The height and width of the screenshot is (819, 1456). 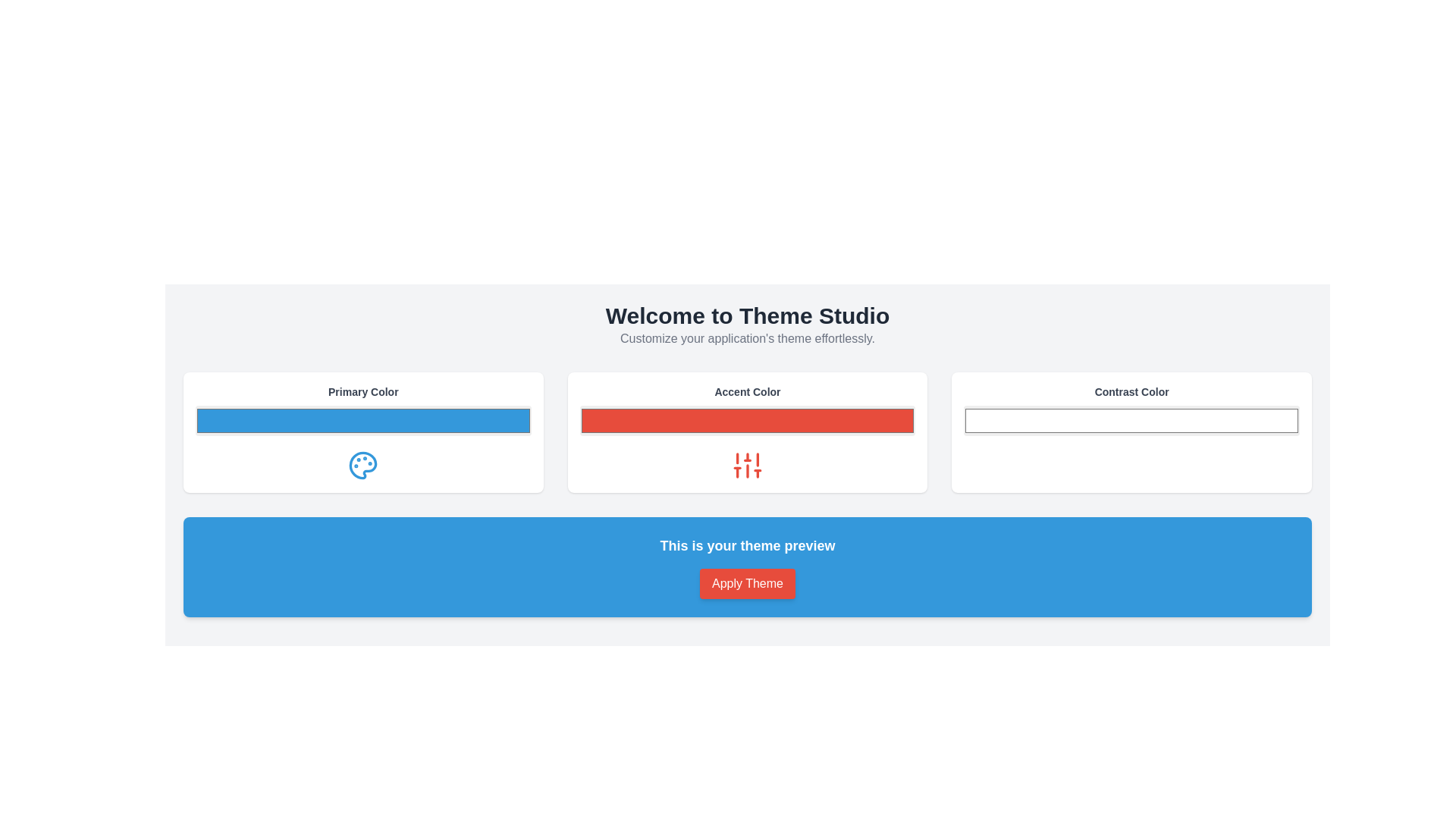 What do you see at coordinates (747, 421) in the screenshot?
I see `the Color Picker Button, which is bright red and located under the 'Accent Color' label in the middle section of the interface` at bounding box center [747, 421].